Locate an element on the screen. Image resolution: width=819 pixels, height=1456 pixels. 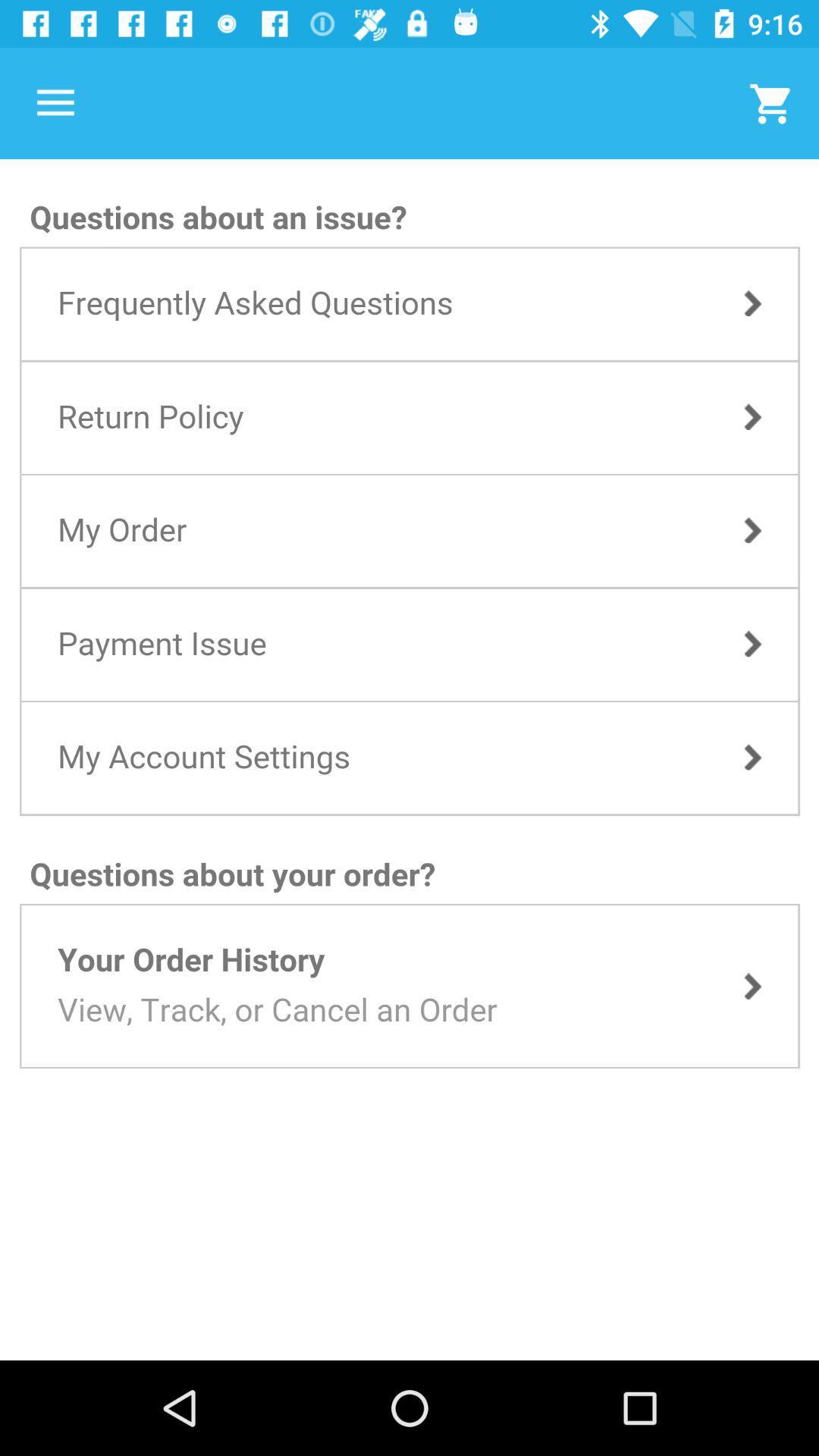
faq screen is located at coordinates (409, 760).